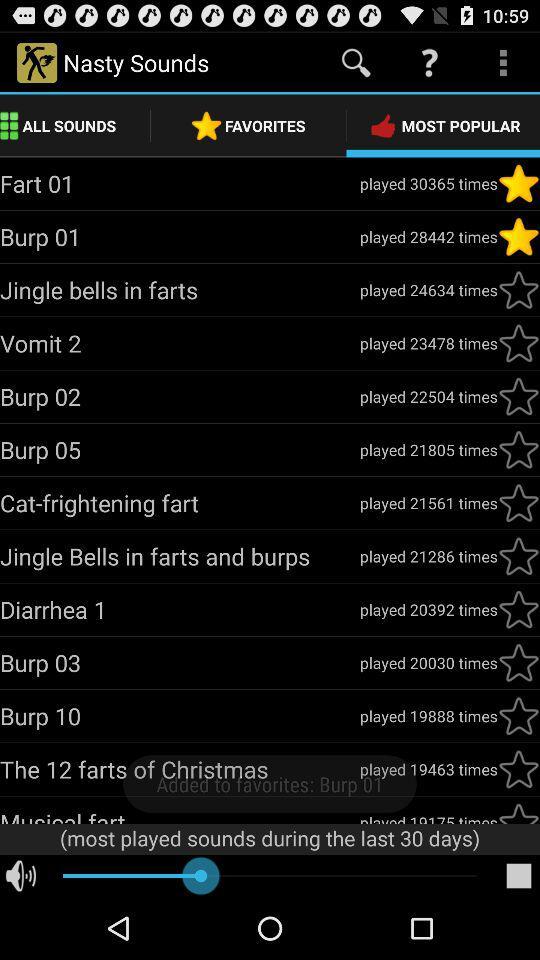 This screenshot has height=960, width=540. I want to click on to favorites, so click(518, 395).